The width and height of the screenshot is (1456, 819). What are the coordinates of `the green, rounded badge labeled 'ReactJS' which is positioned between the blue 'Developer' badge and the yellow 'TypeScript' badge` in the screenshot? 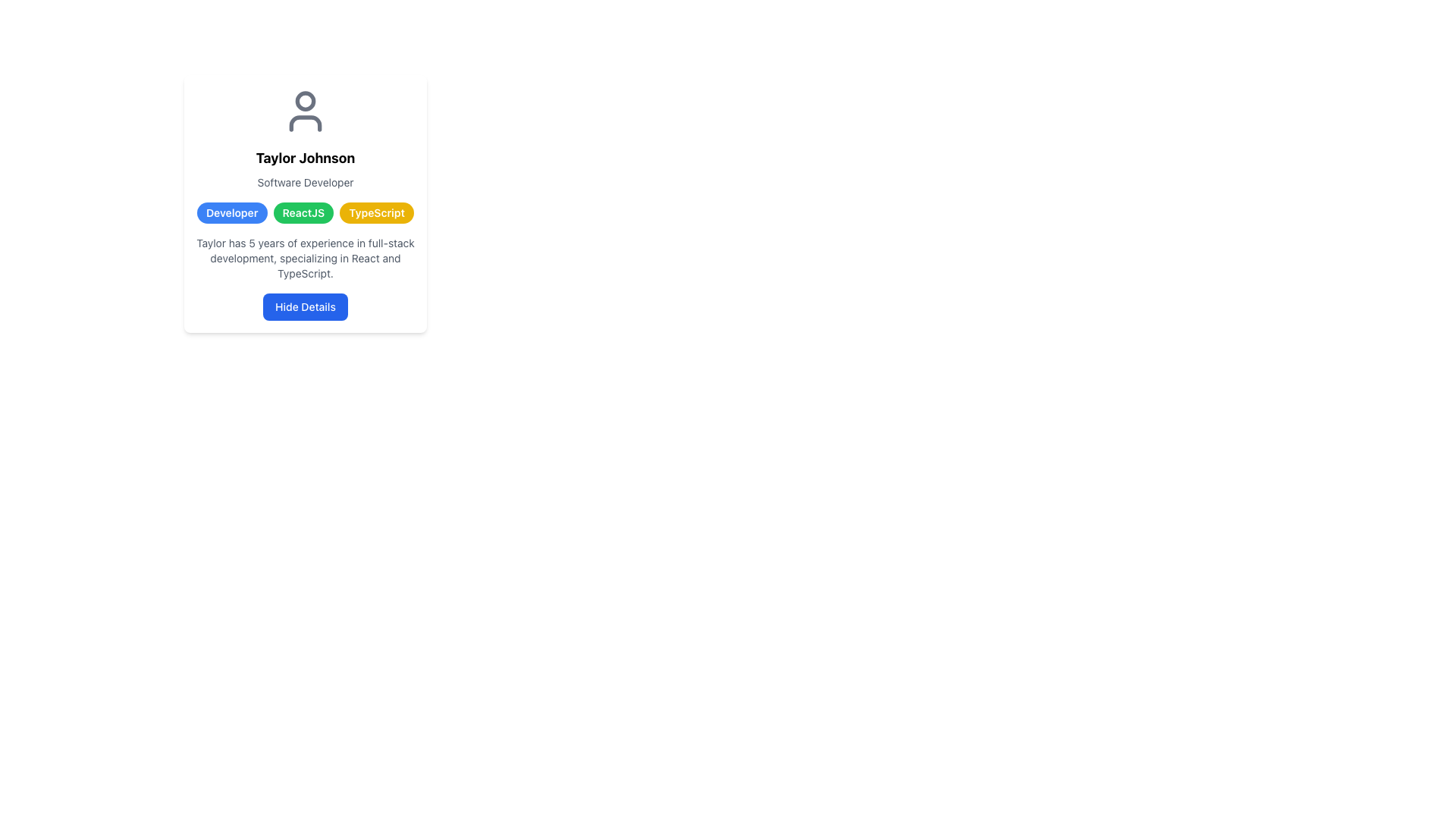 It's located at (303, 213).